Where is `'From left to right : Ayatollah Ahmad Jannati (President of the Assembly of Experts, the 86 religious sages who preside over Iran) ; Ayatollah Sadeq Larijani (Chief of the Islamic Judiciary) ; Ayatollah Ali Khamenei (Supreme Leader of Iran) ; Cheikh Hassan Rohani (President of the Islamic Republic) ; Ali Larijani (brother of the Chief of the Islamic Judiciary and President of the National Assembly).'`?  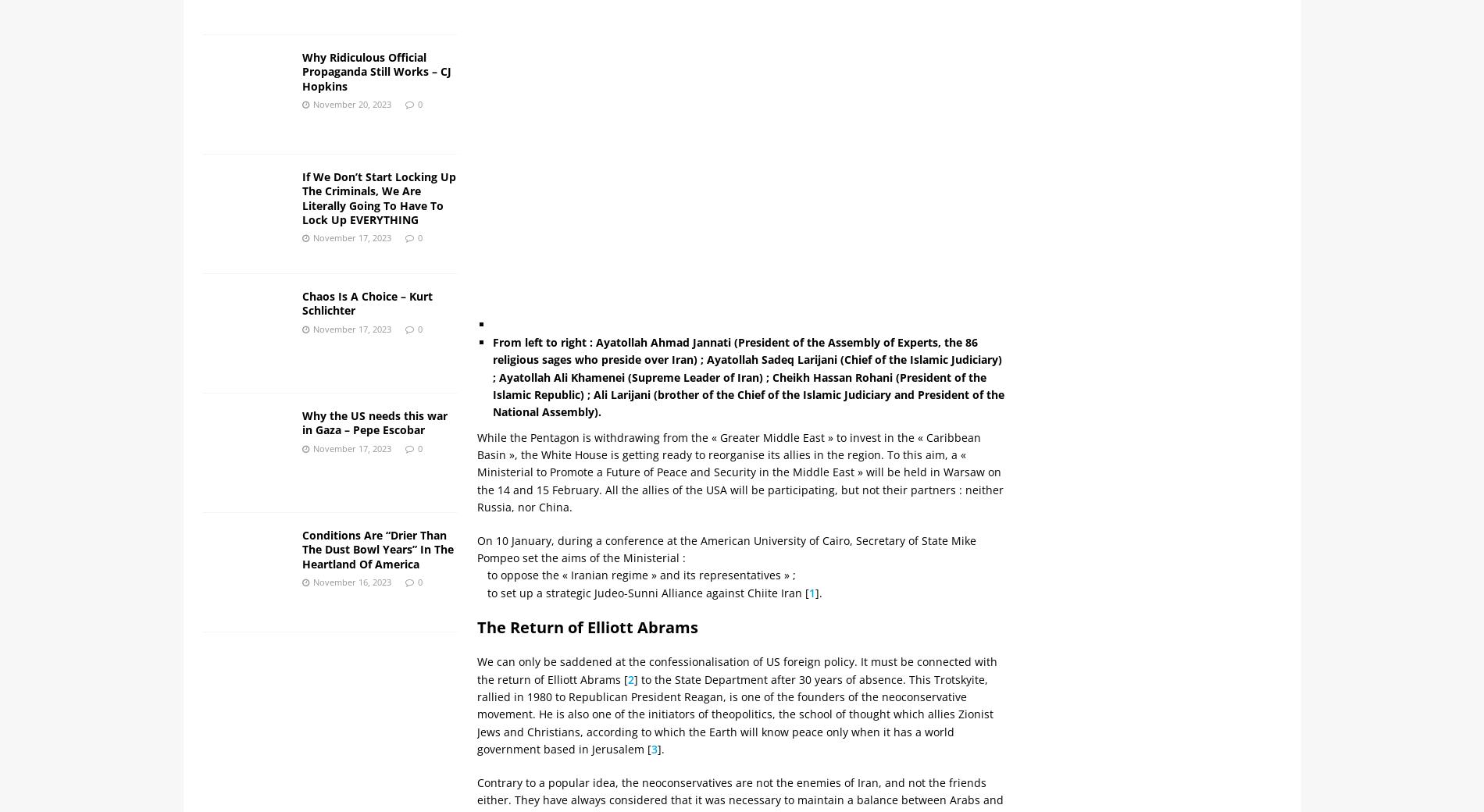 'From left to right : Ayatollah Ahmad Jannati (President of the Assembly of Experts, the 86 religious sages who preside over Iran) ; Ayatollah Sadeq Larijani (Chief of the Islamic Judiciary) ; Ayatollah Ali Khamenei (Supreme Leader of Iran) ; Cheikh Hassan Rohani (President of the Islamic Republic) ; Ali Larijani (brother of the Chief of the Islamic Judiciary and President of the National Assembly).' is located at coordinates (748, 376).